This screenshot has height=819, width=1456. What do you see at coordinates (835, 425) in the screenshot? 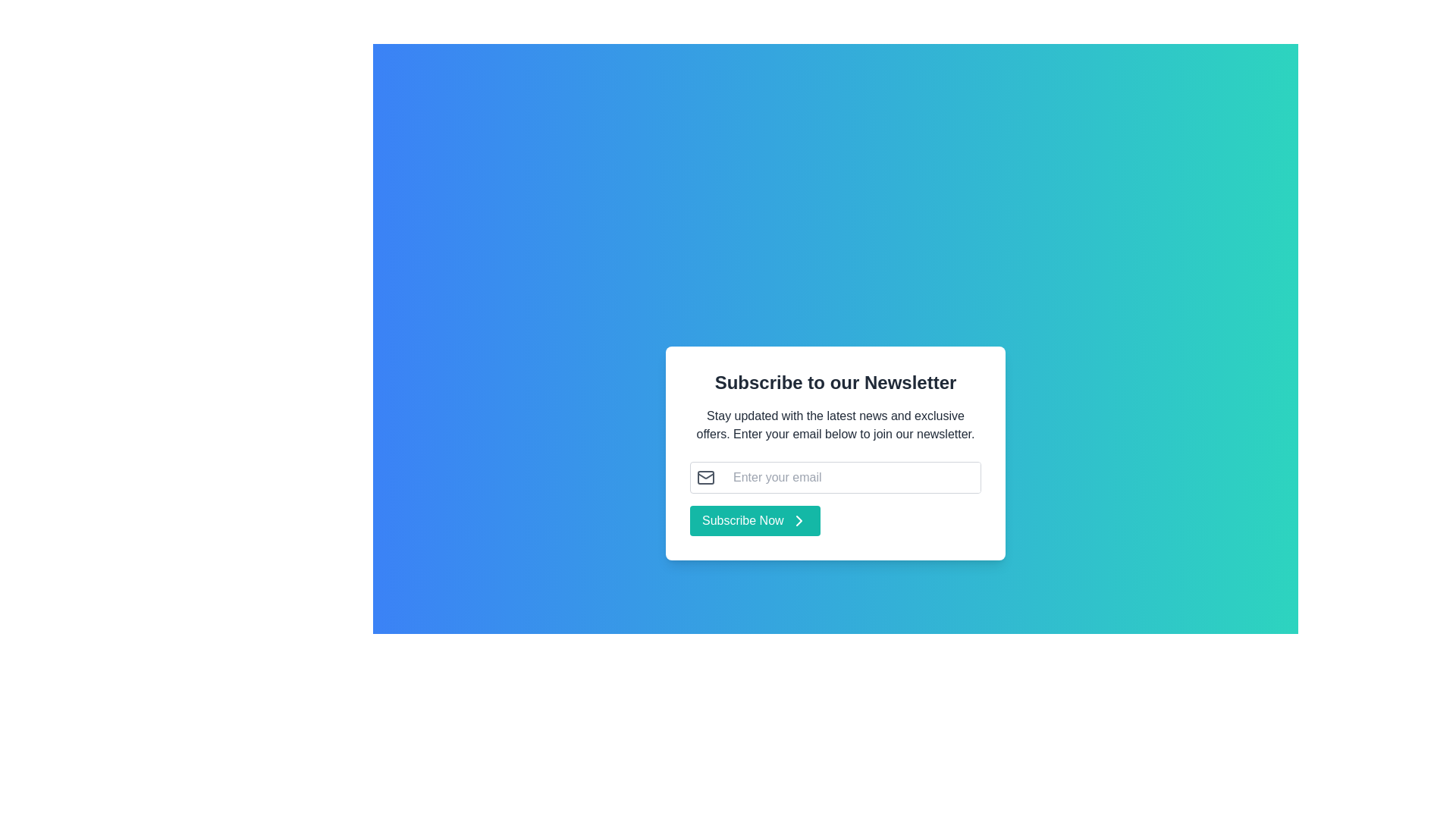
I see `the informational text element located in the subscription box, which provides instructions related to subscribing to the newsletter` at bounding box center [835, 425].